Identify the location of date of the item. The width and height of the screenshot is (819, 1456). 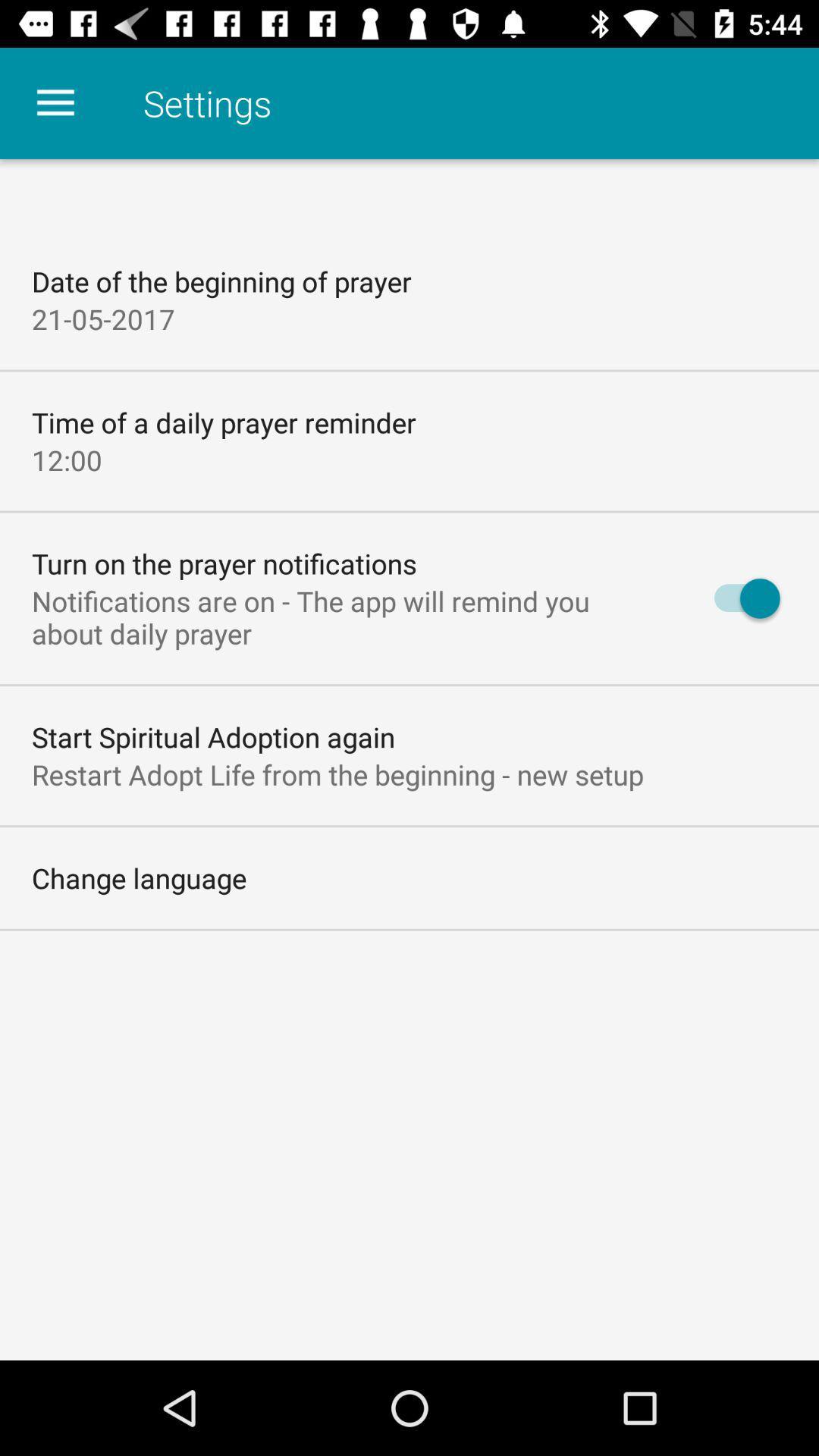
(221, 281).